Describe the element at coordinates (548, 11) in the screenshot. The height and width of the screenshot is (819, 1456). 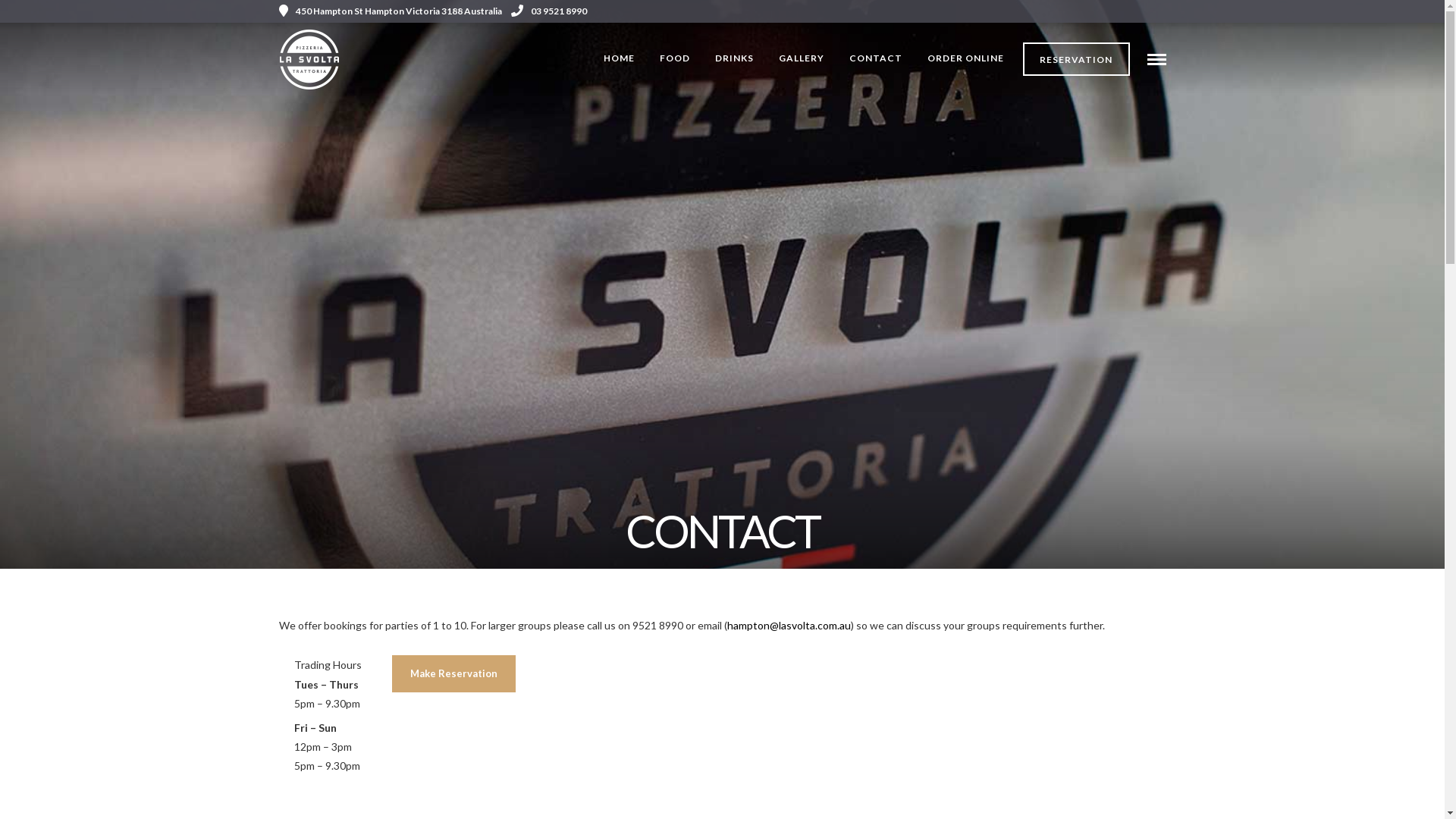
I see `'03 9521 8990'` at that location.